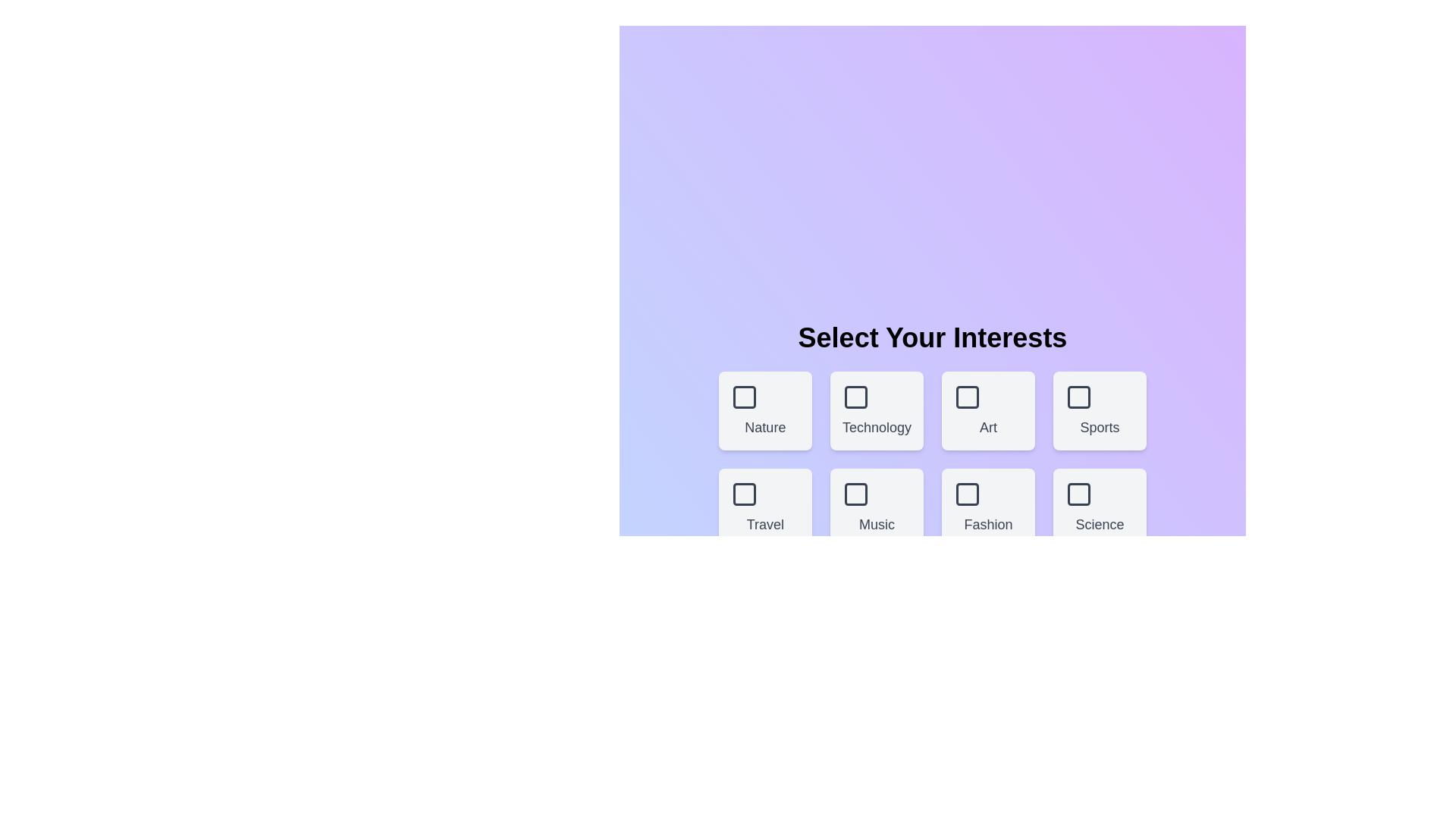 The image size is (1456, 819). I want to click on the box corresponding to the theme Music to select or deselect it, so click(877, 508).